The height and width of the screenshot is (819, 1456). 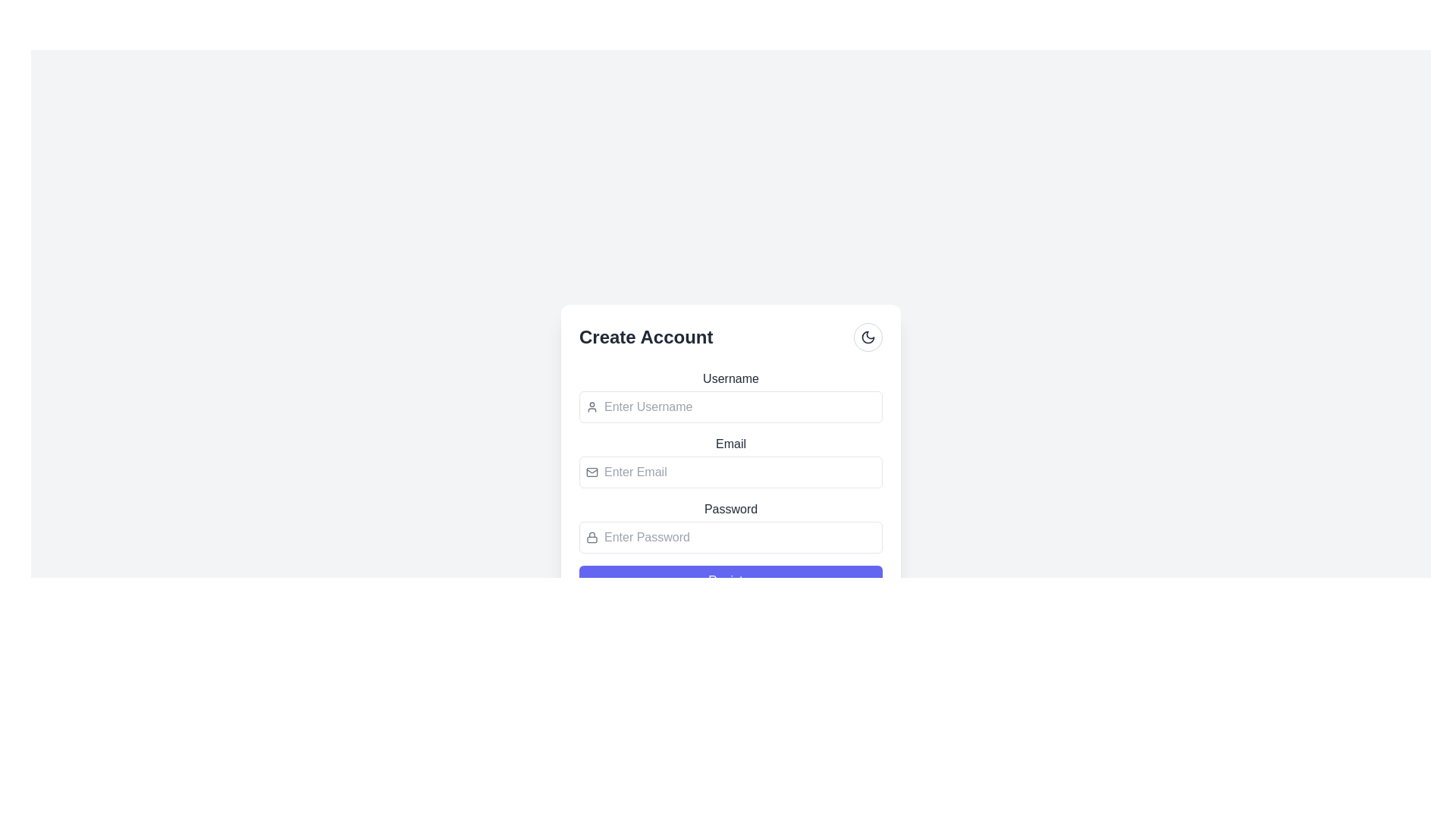 What do you see at coordinates (591, 472) in the screenshot?
I see `the Icon background element of the mail icon in the 'Create Account' section, positioned to the left of the 'Email' input box` at bounding box center [591, 472].